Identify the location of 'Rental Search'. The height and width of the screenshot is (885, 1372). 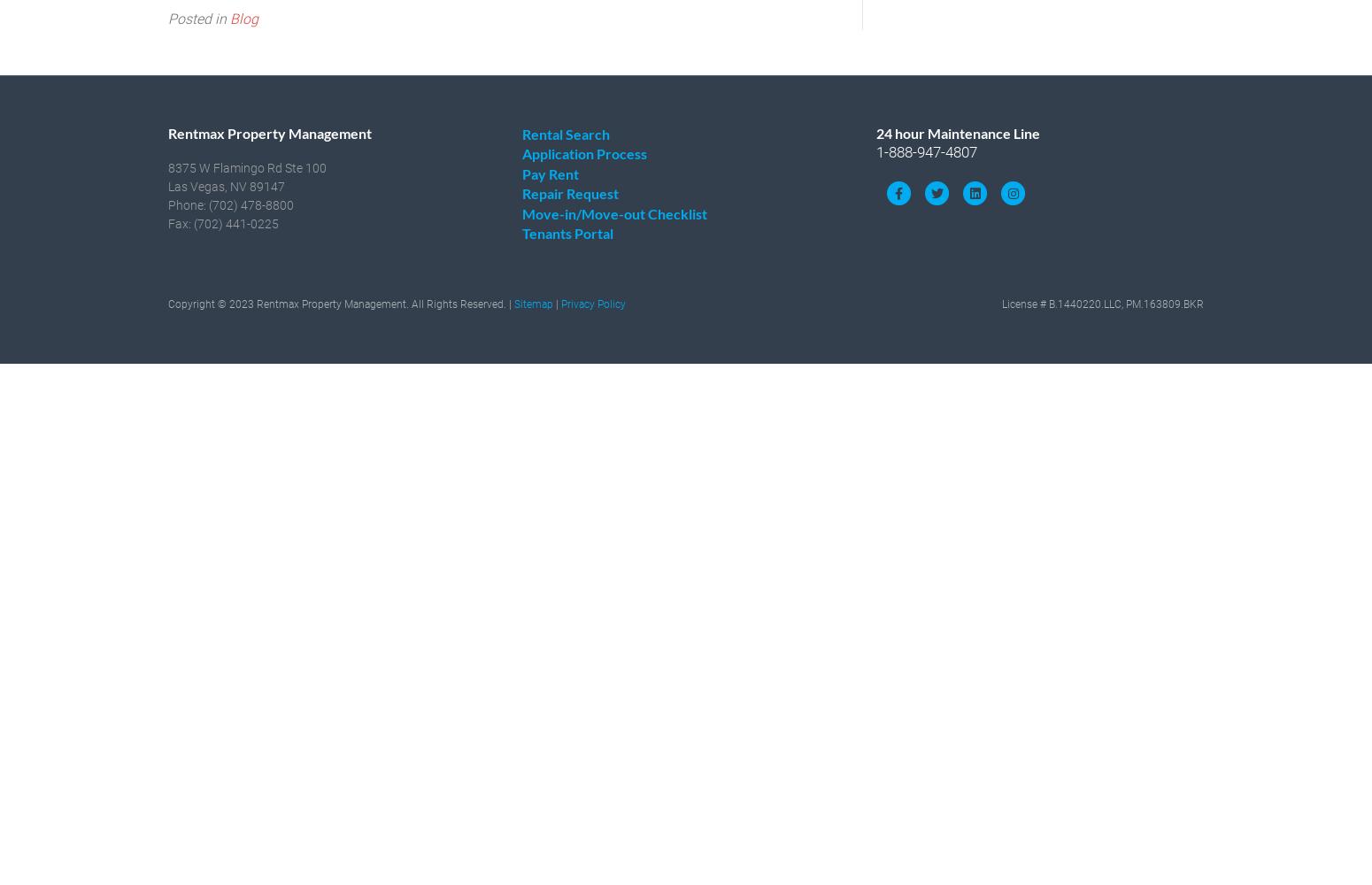
(565, 133).